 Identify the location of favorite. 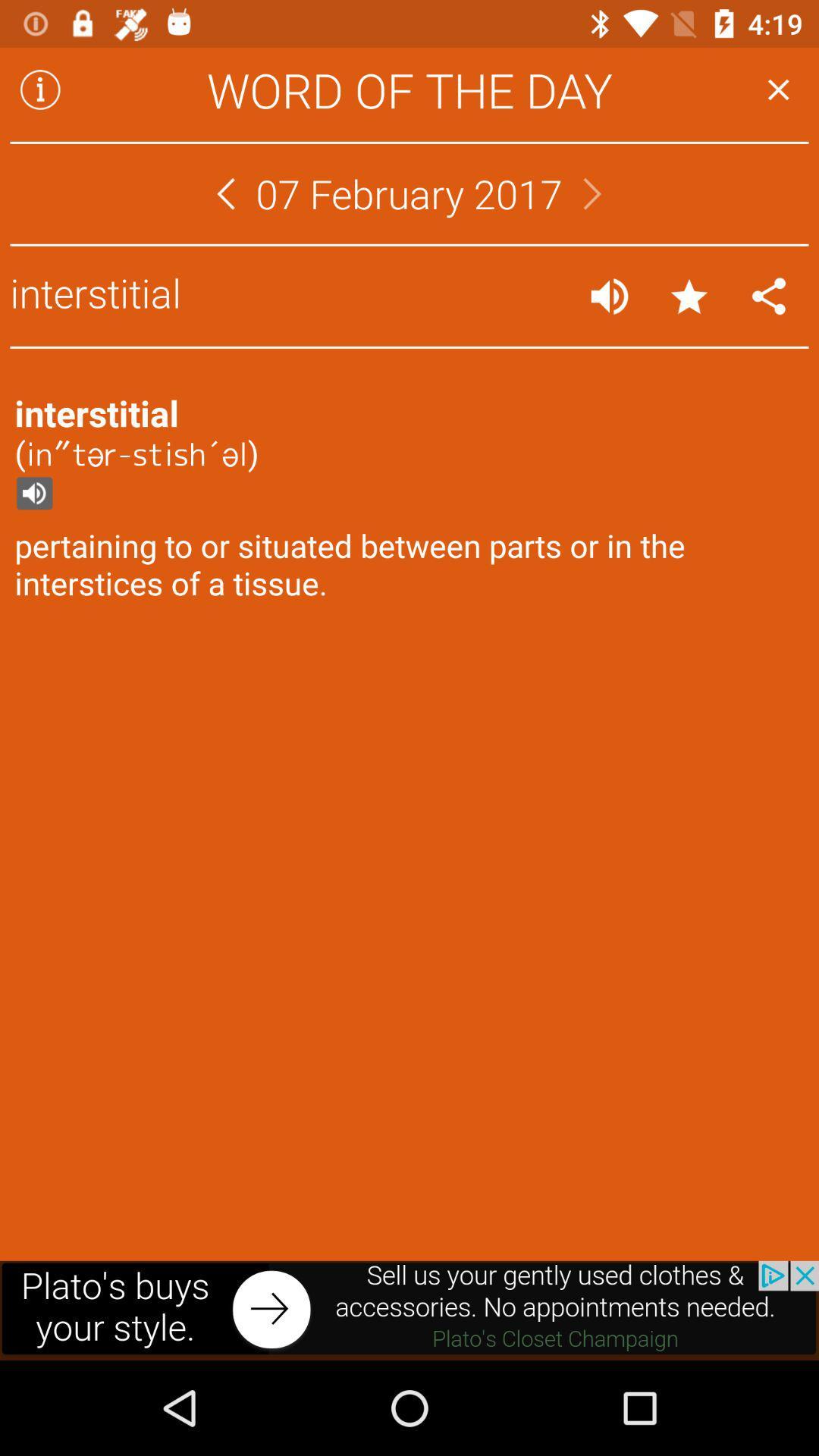
(689, 296).